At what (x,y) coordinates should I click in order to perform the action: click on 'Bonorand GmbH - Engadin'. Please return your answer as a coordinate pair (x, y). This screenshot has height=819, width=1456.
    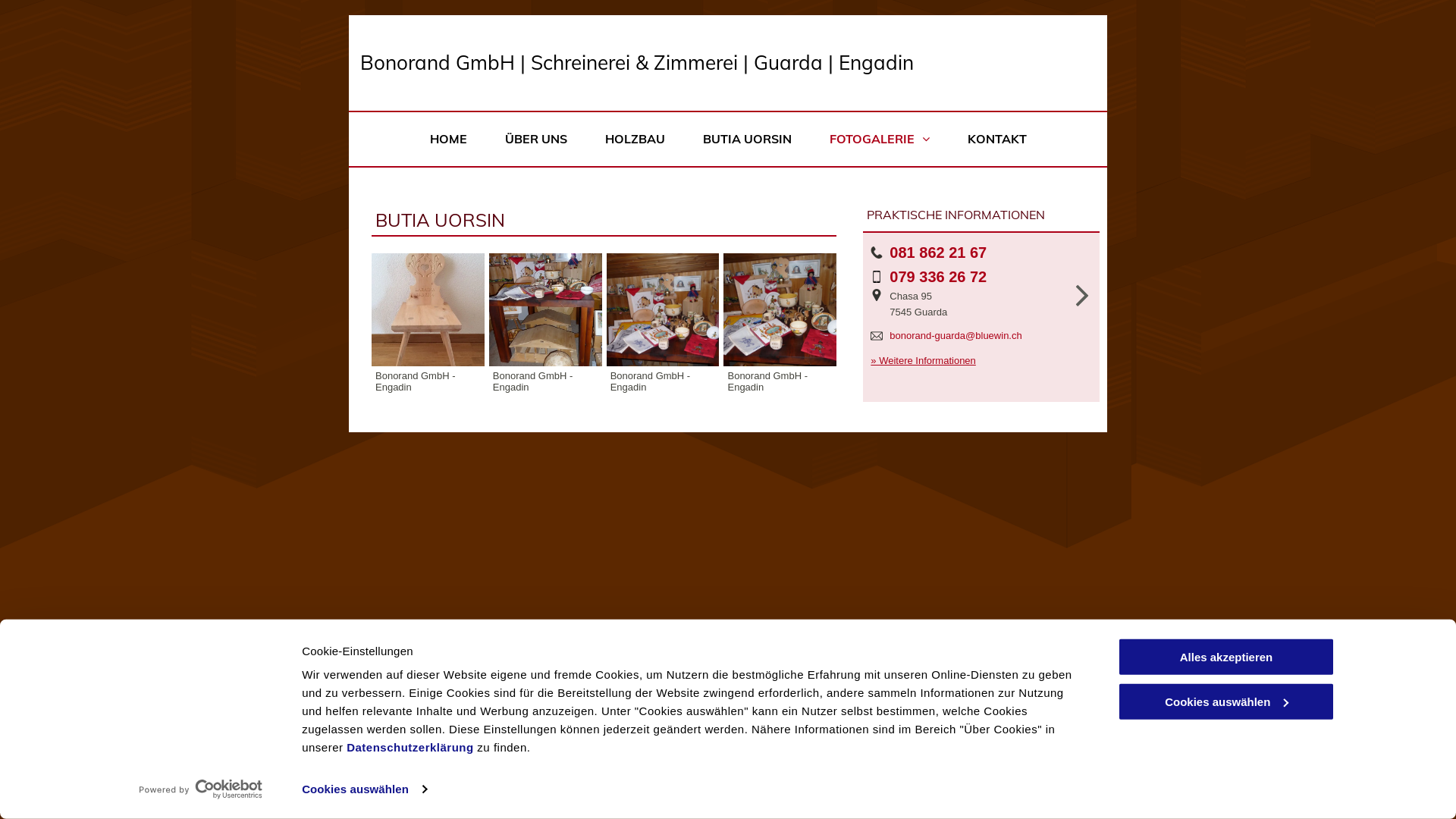
    Looking at the image, I should click on (545, 309).